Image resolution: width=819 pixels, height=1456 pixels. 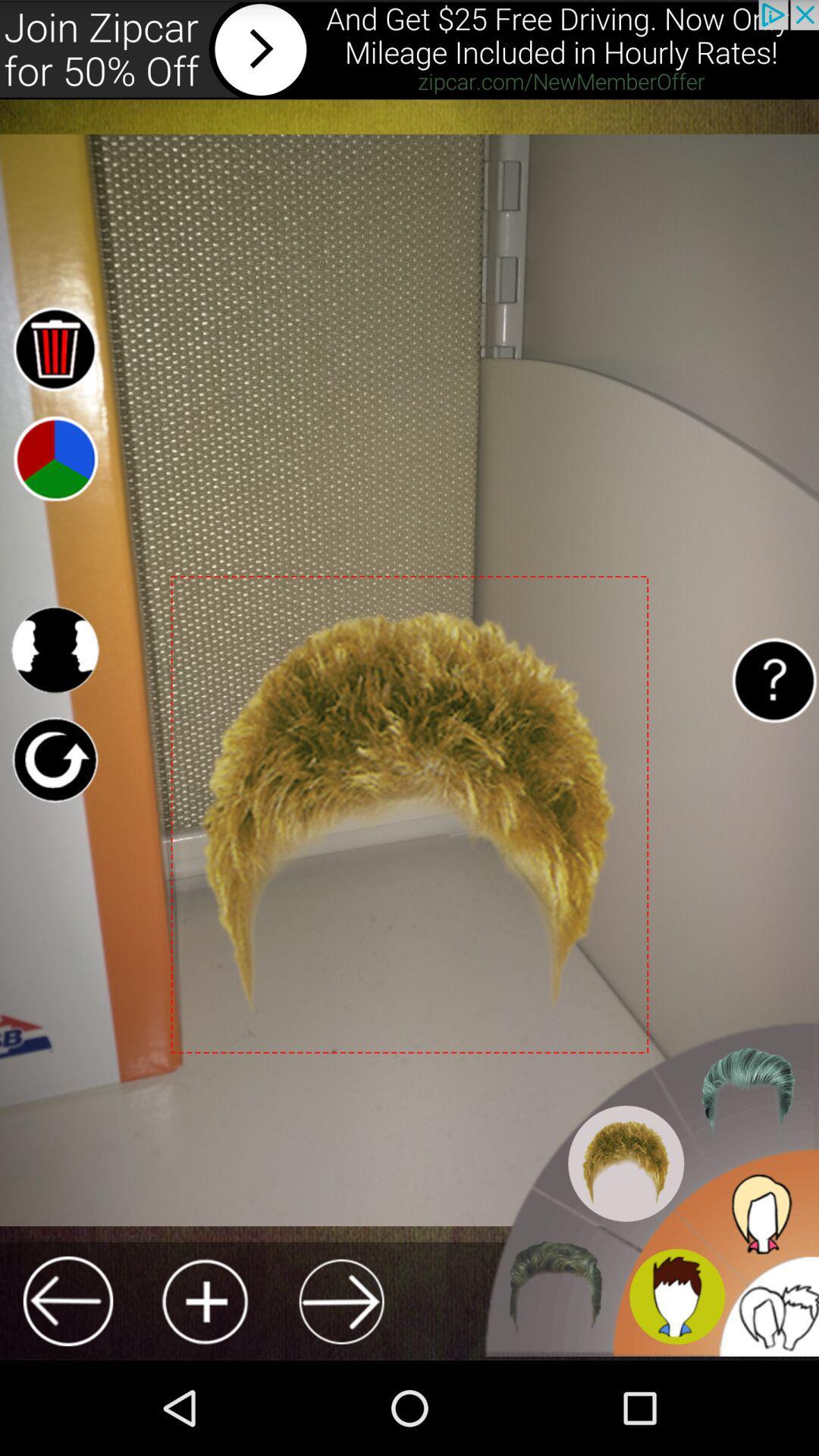 What do you see at coordinates (773, 679) in the screenshot?
I see `open help page` at bounding box center [773, 679].